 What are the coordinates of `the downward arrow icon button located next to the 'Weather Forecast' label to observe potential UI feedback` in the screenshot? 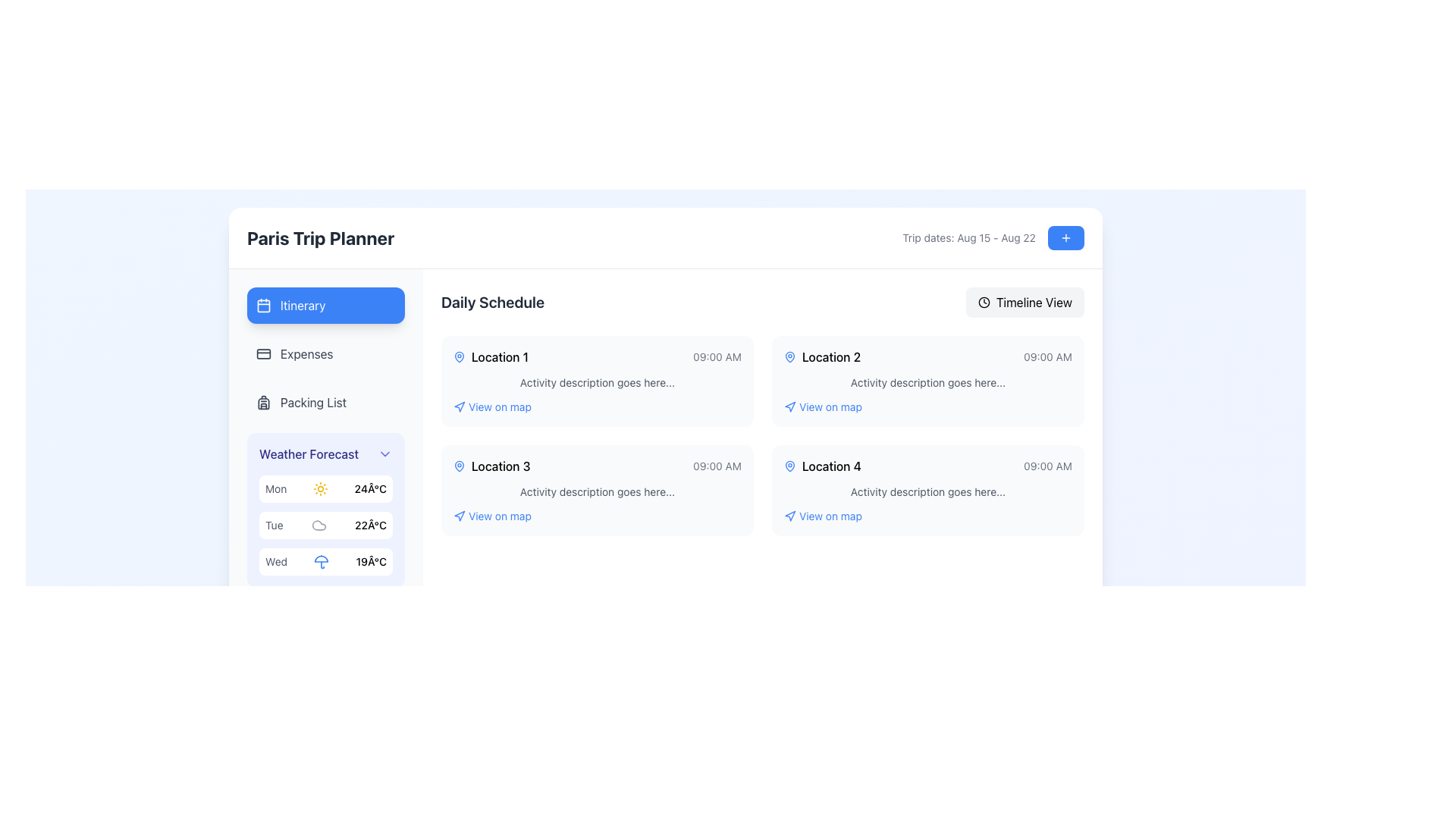 It's located at (385, 453).